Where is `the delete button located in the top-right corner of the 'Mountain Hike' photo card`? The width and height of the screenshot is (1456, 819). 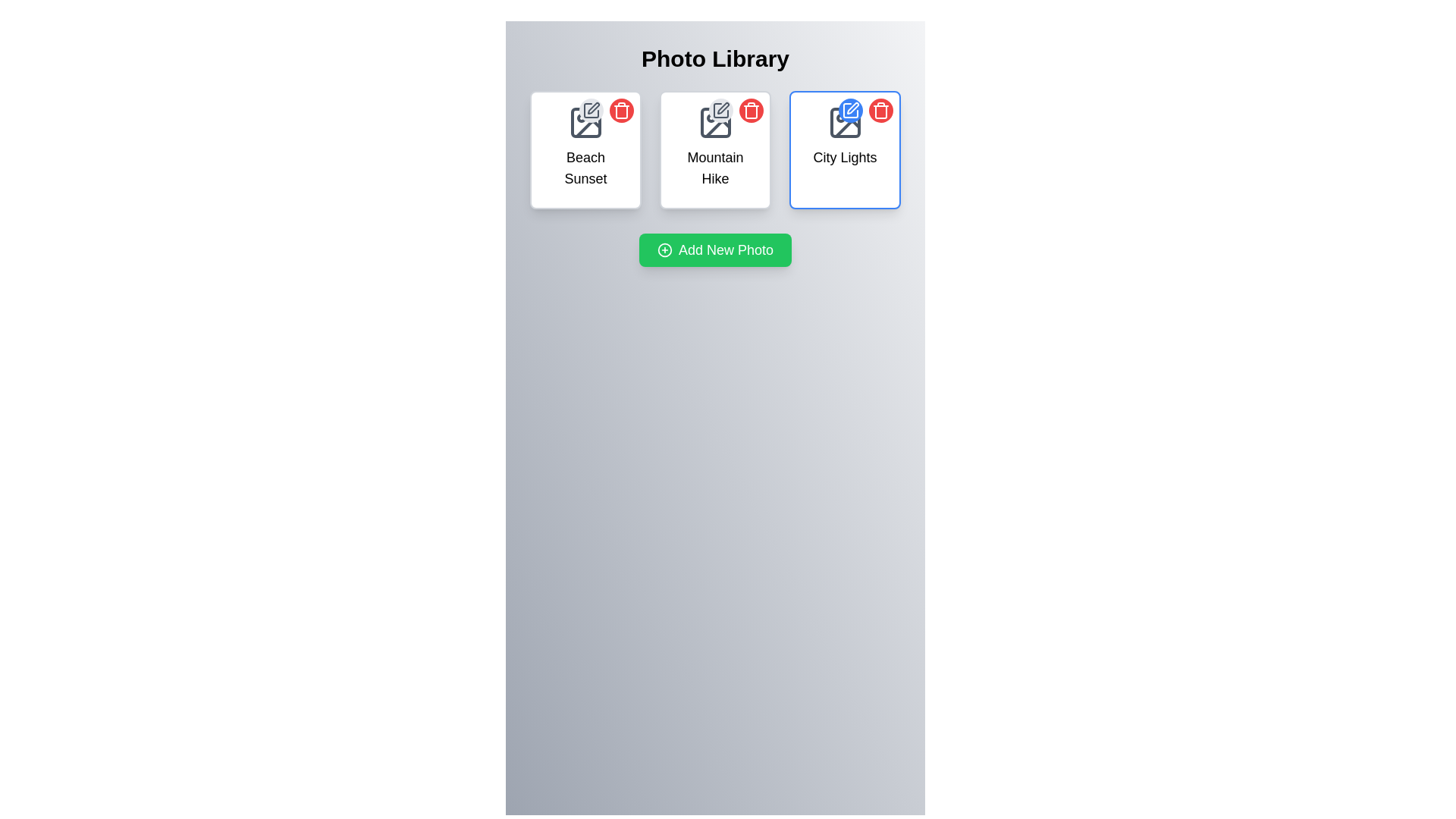 the delete button located in the top-right corner of the 'Mountain Hike' photo card is located at coordinates (751, 110).